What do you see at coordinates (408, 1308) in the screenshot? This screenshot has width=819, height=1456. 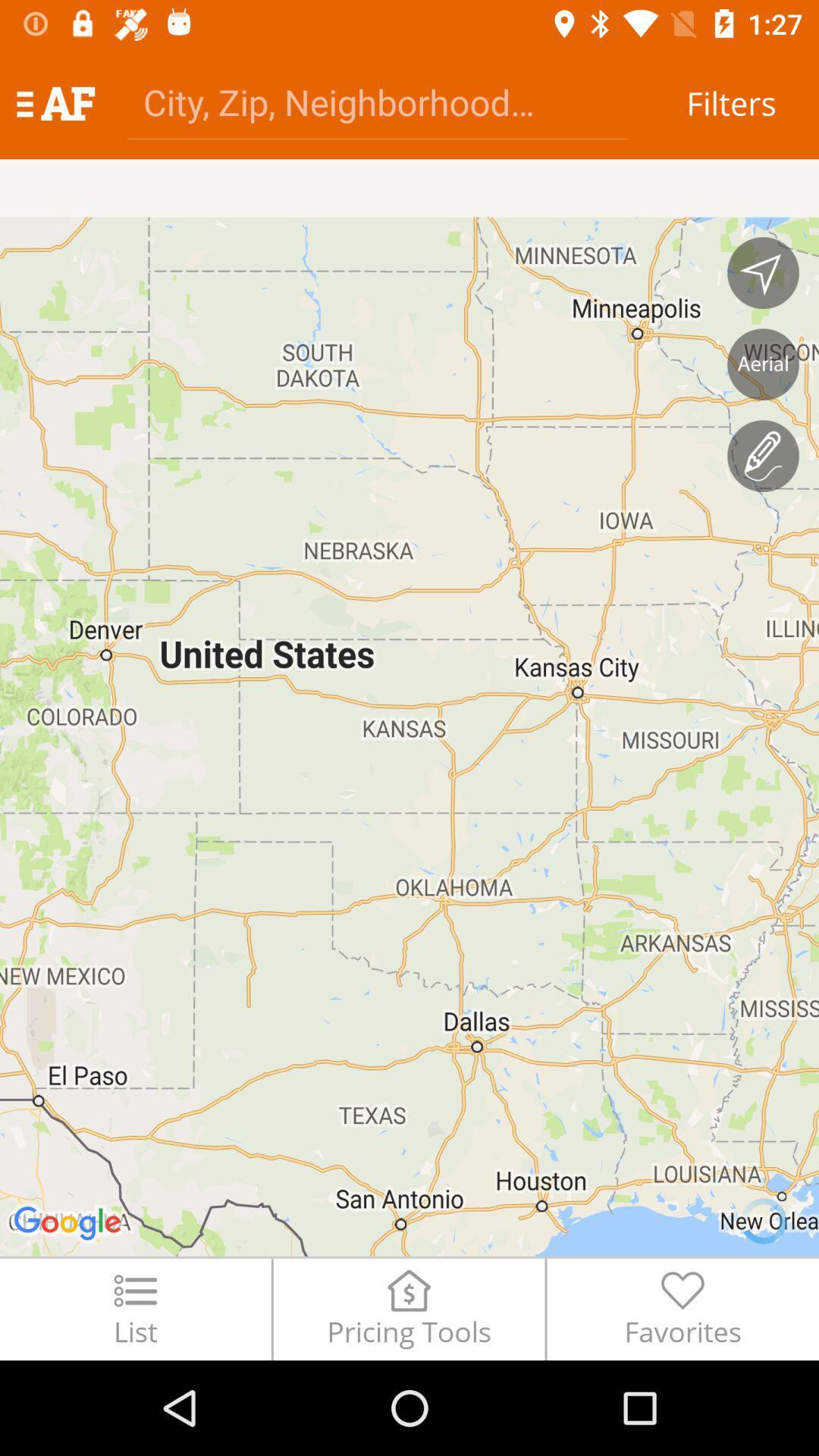 I see `the pricing tools item` at bounding box center [408, 1308].